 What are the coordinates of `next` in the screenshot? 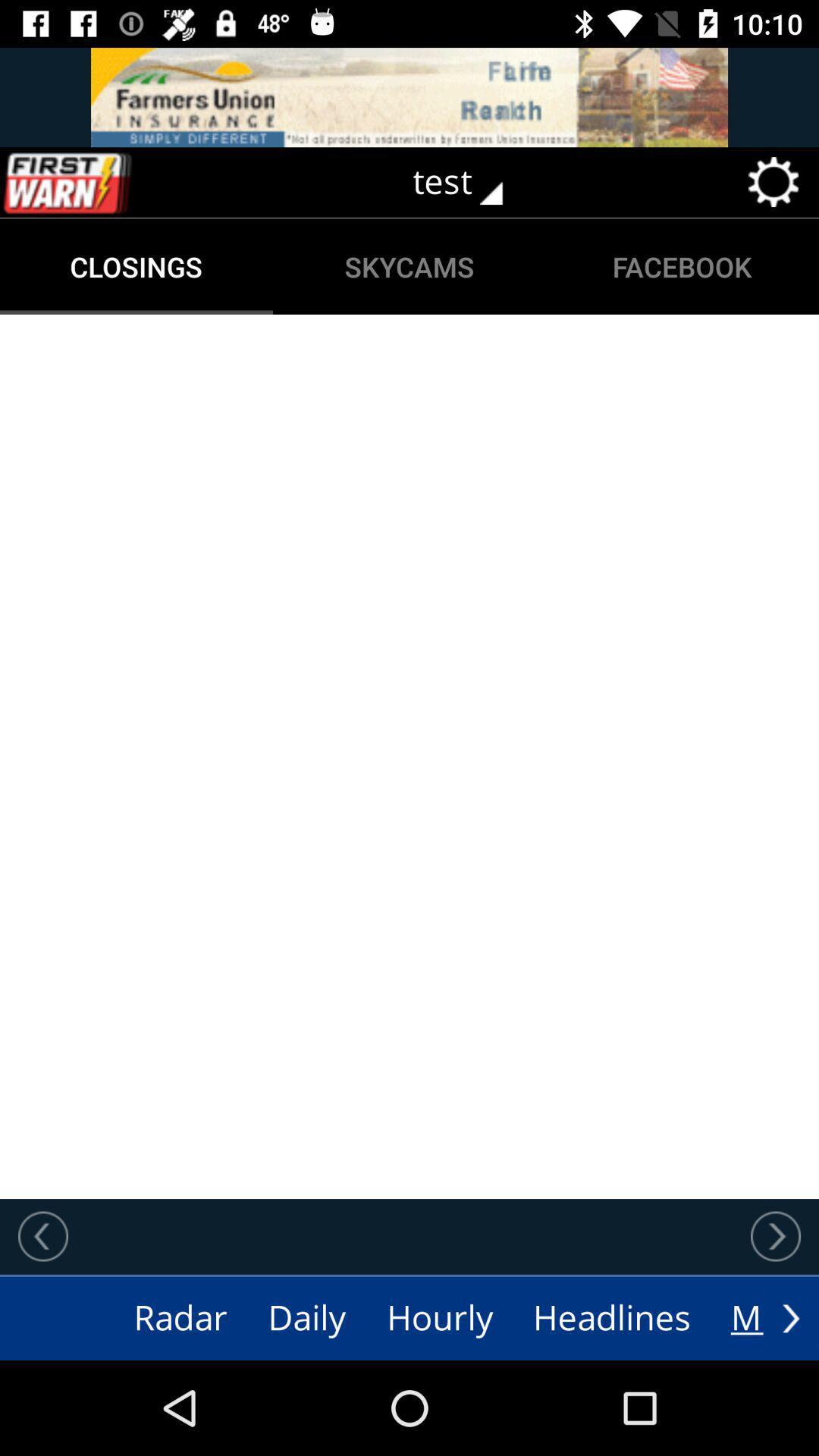 It's located at (775, 1236).